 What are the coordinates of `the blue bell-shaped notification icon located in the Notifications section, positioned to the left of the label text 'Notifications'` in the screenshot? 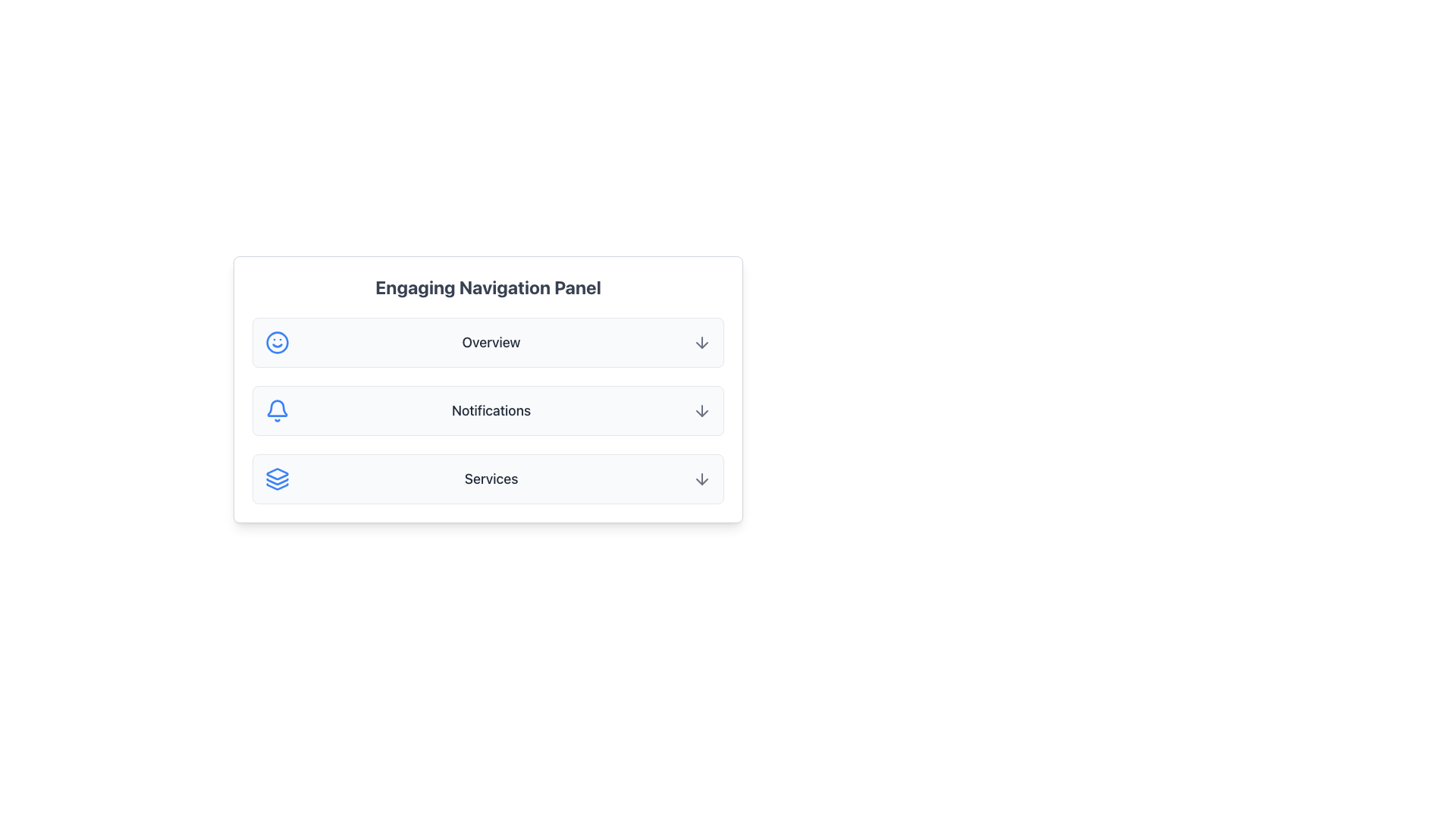 It's located at (277, 411).